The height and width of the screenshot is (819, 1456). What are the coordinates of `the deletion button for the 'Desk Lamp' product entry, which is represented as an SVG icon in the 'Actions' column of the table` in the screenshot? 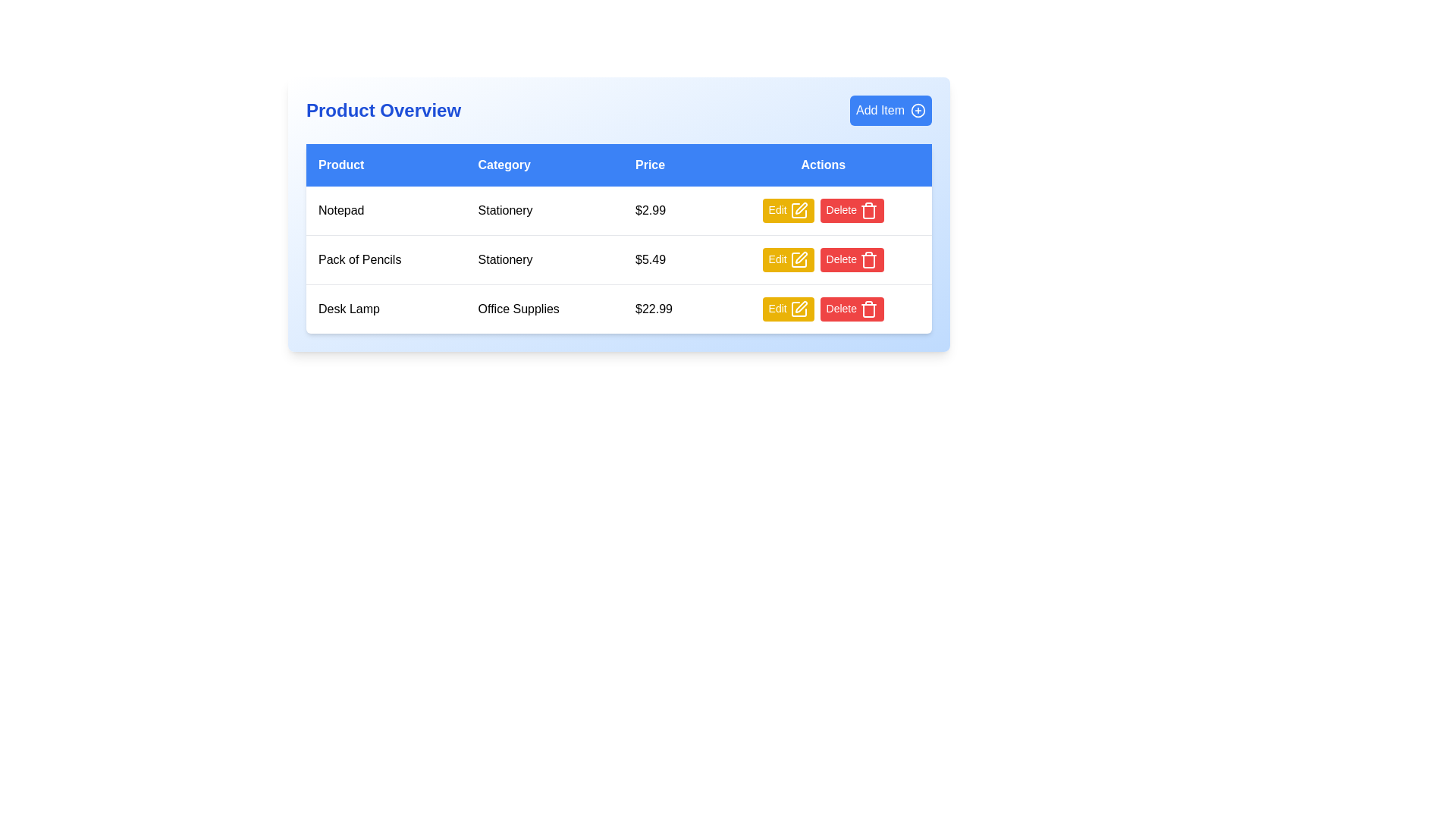 It's located at (868, 309).